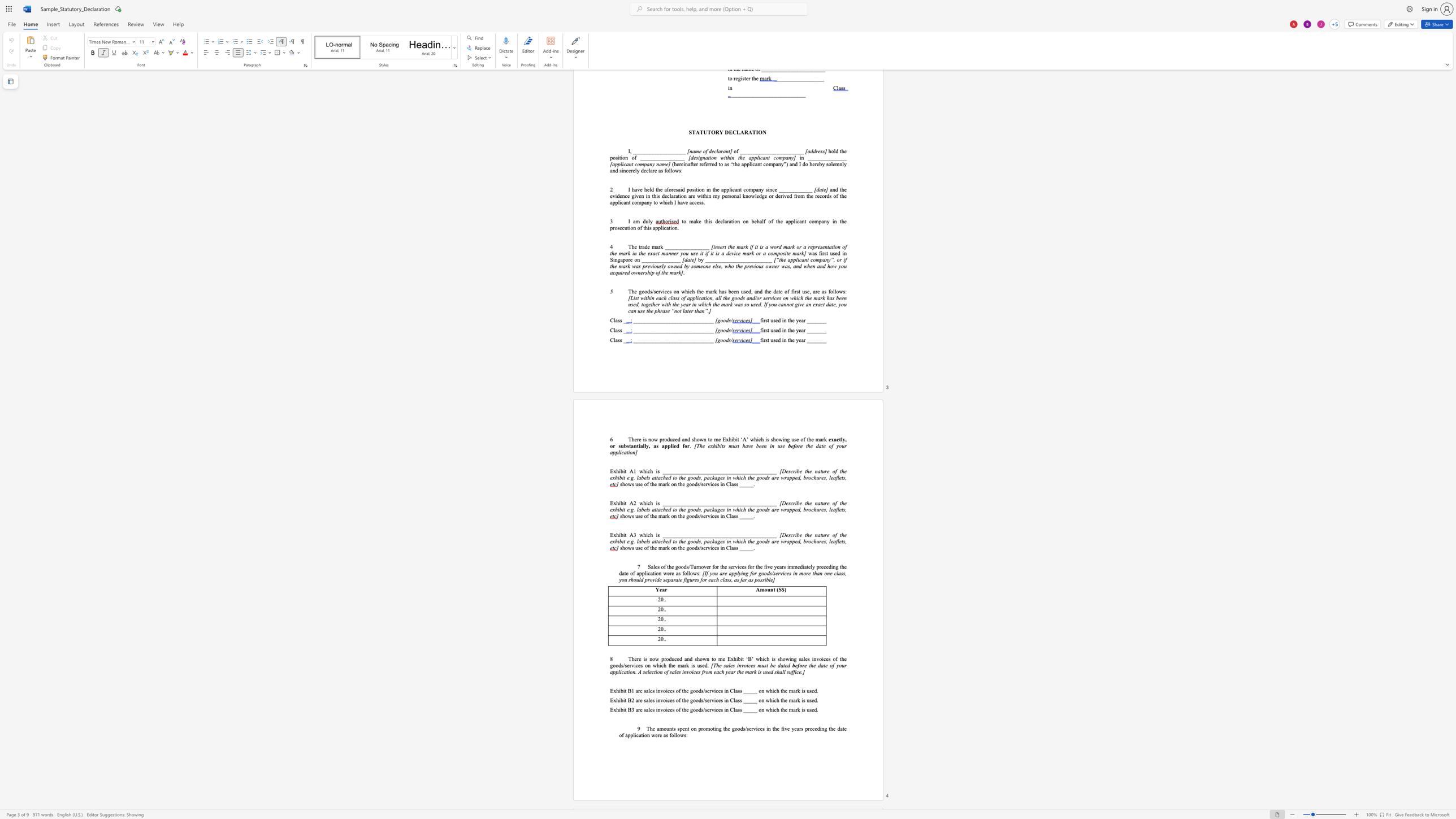  I want to click on the 6th character "s" in the text, so click(843, 509).